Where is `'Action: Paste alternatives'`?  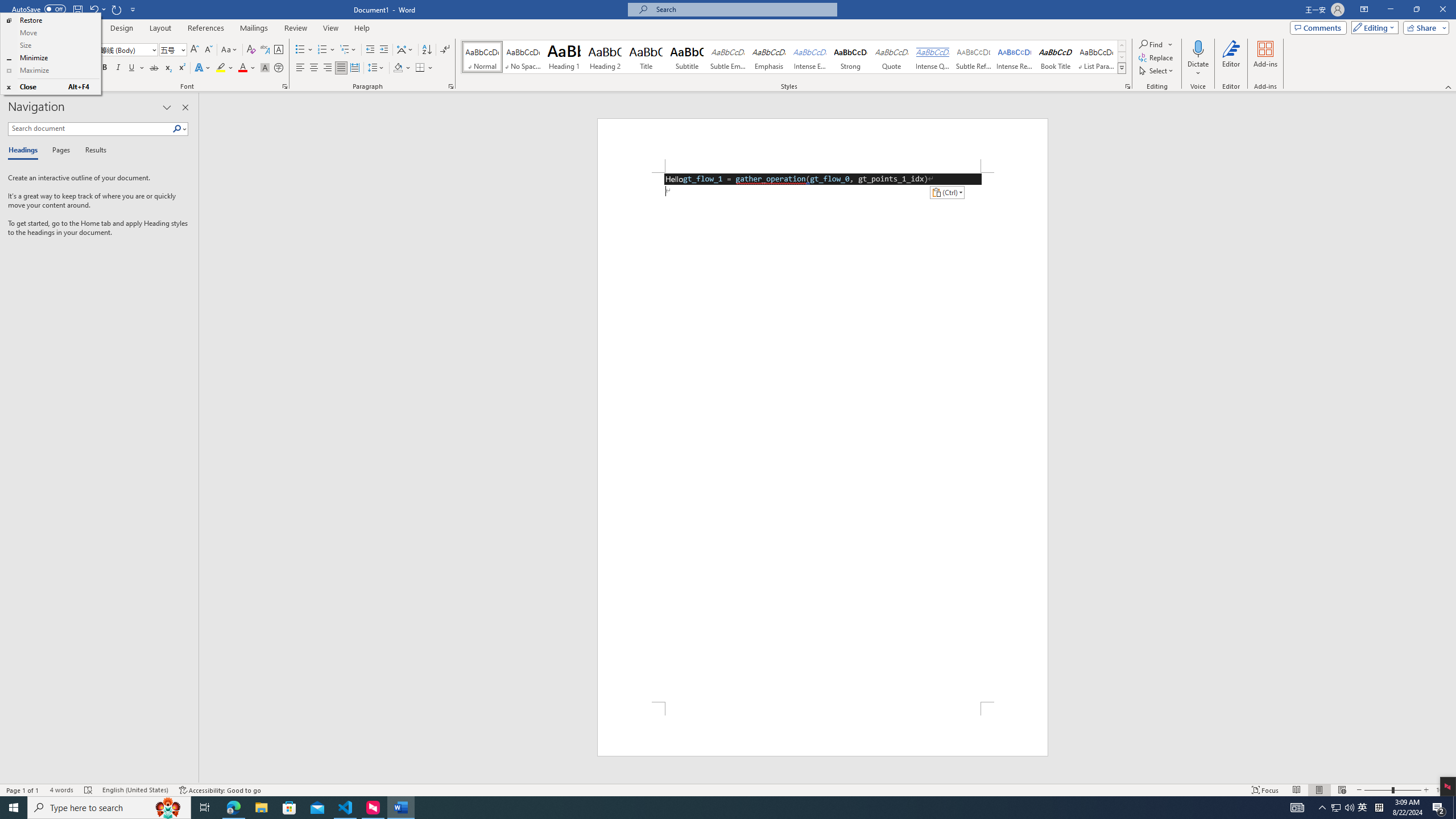
'Action: Paste alternatives' is located at coordinates (946, 192).